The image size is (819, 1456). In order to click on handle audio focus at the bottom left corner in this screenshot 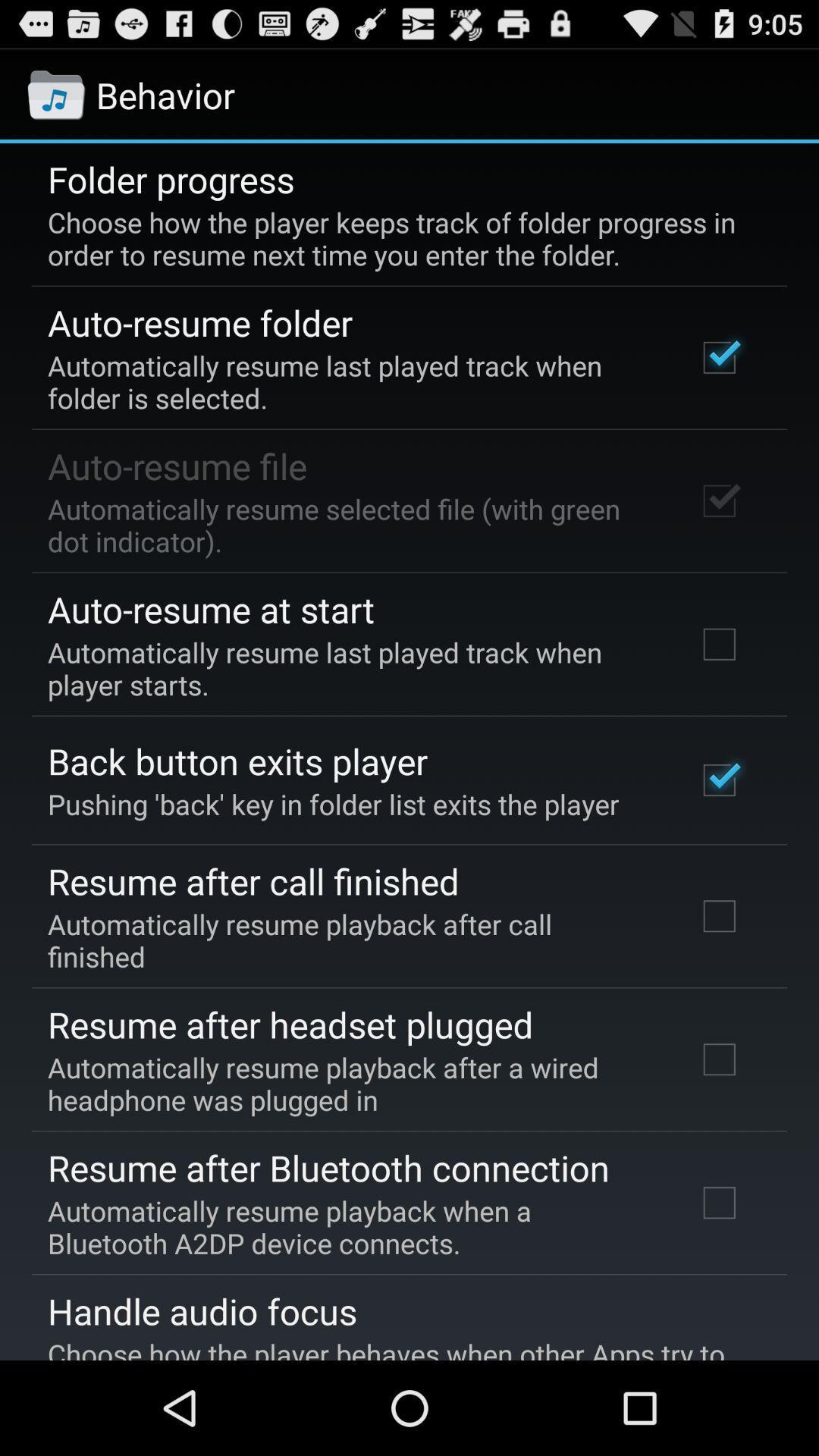, I will do `click(201, 1310)`.